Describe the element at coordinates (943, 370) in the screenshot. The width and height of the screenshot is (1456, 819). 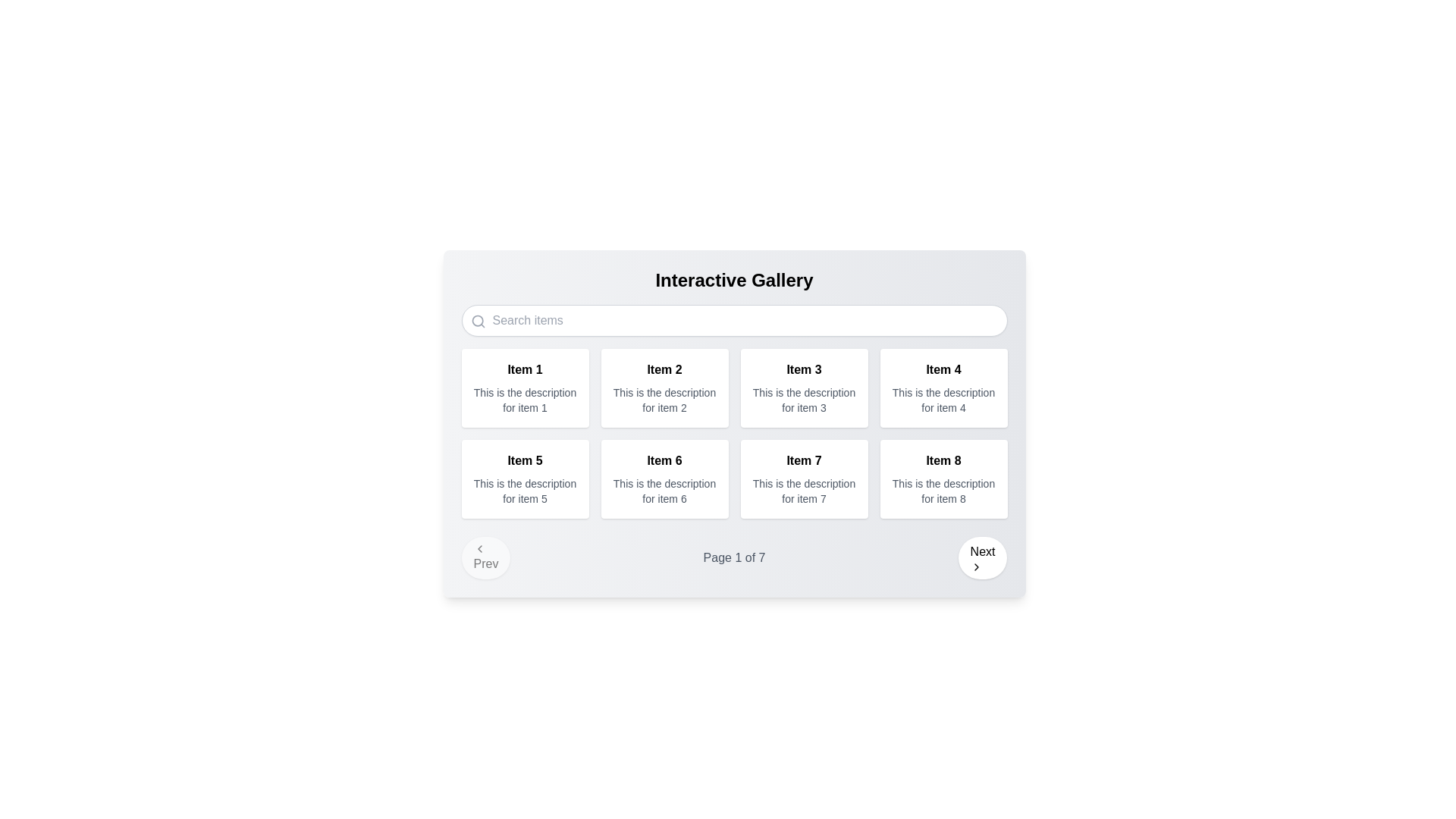
I see `the title text label of the fourth card in the grid layout, which serves as the heading for the item and is positioned above the description text` at that location.